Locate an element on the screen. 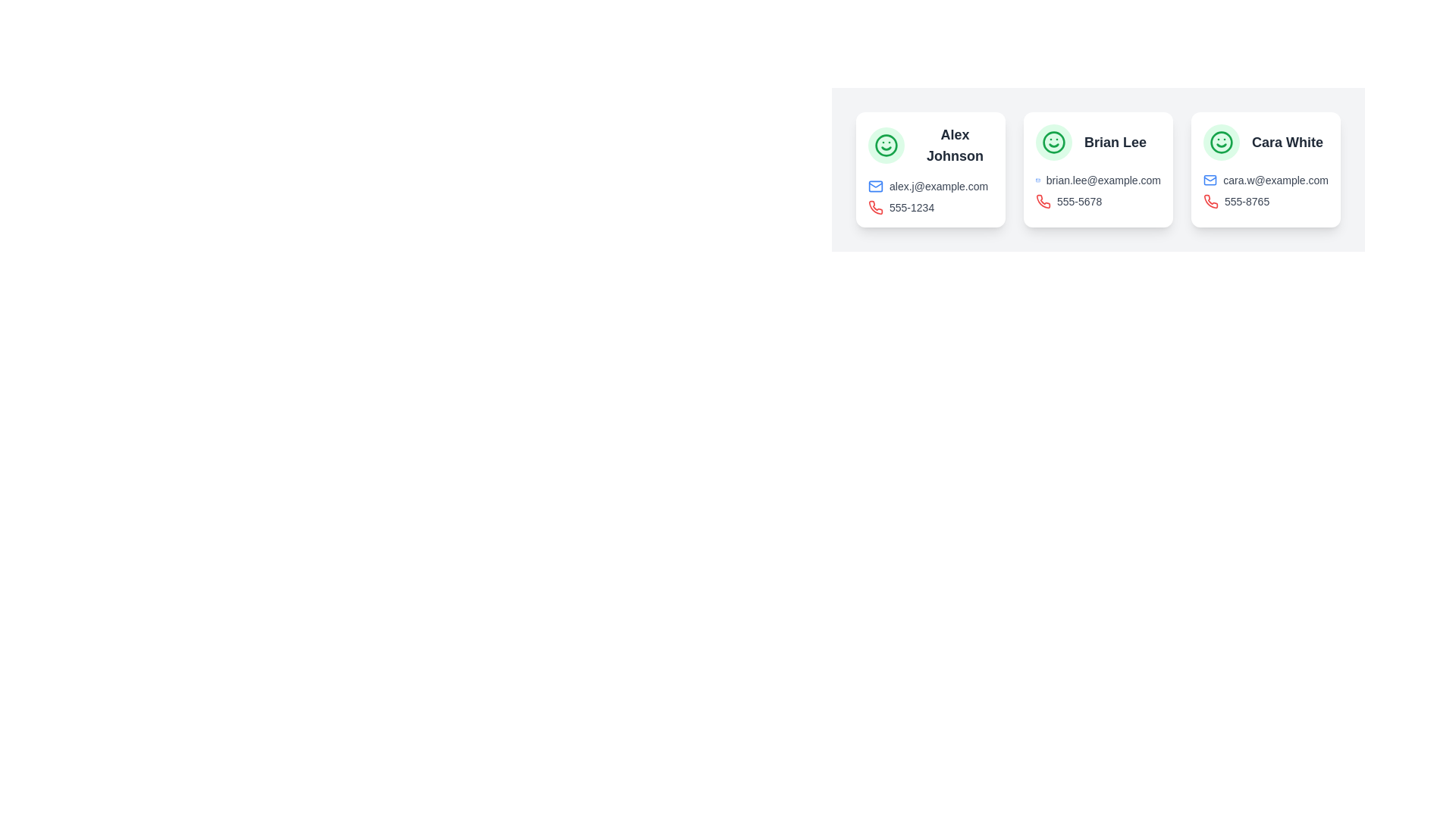 This screenshot has height=819, width=1456. the happiness icon located in the top-left corner of the 'Cara White' card, which is the third card in a horizontal arrangement of styled cards is located at coordinates (1222, 143).